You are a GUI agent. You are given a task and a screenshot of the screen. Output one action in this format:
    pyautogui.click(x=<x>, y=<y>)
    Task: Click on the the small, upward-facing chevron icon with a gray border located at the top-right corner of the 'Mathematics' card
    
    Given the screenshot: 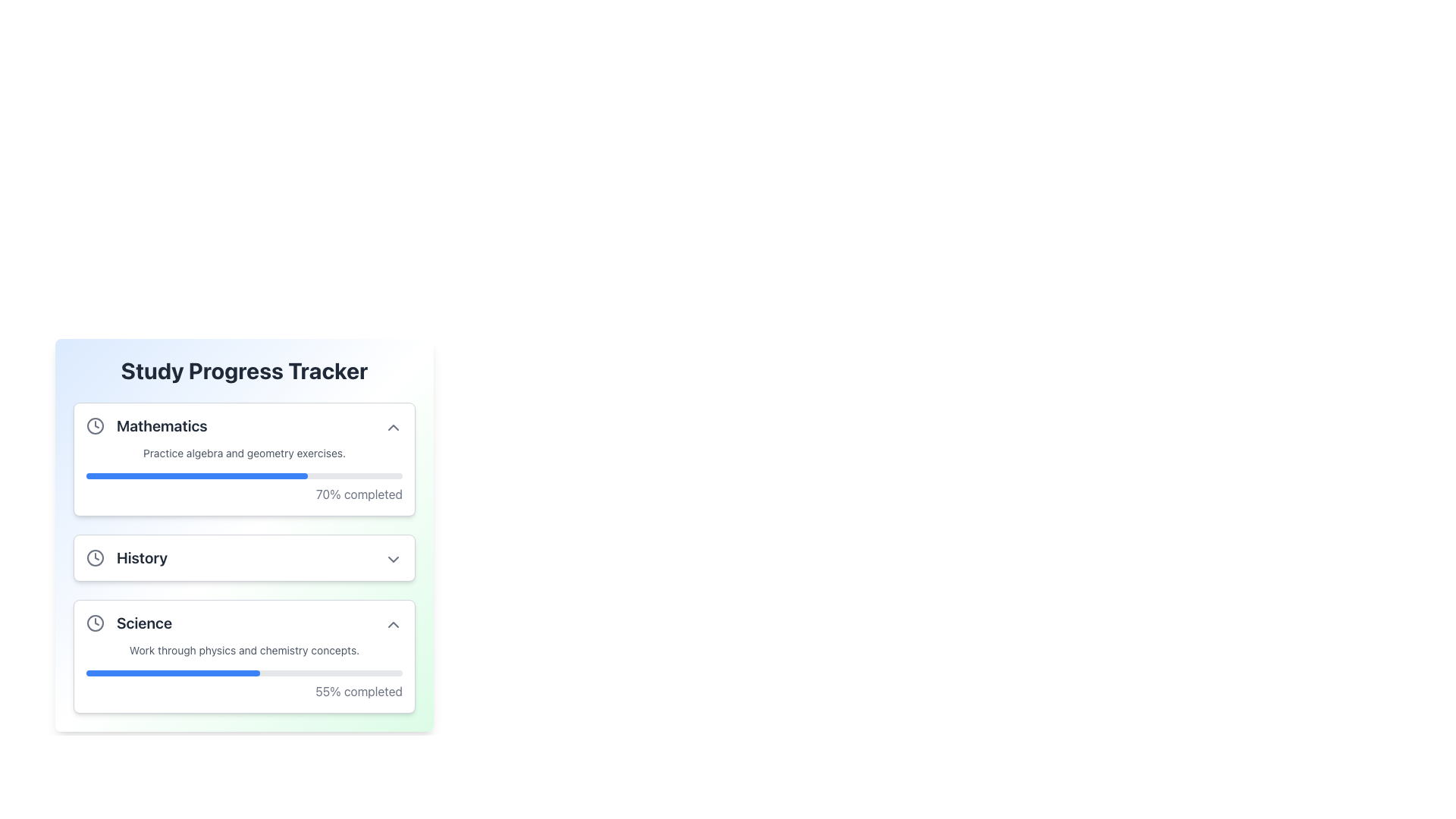 What is the action you would take?
    pyautogui.click(x=393, y=427)
    